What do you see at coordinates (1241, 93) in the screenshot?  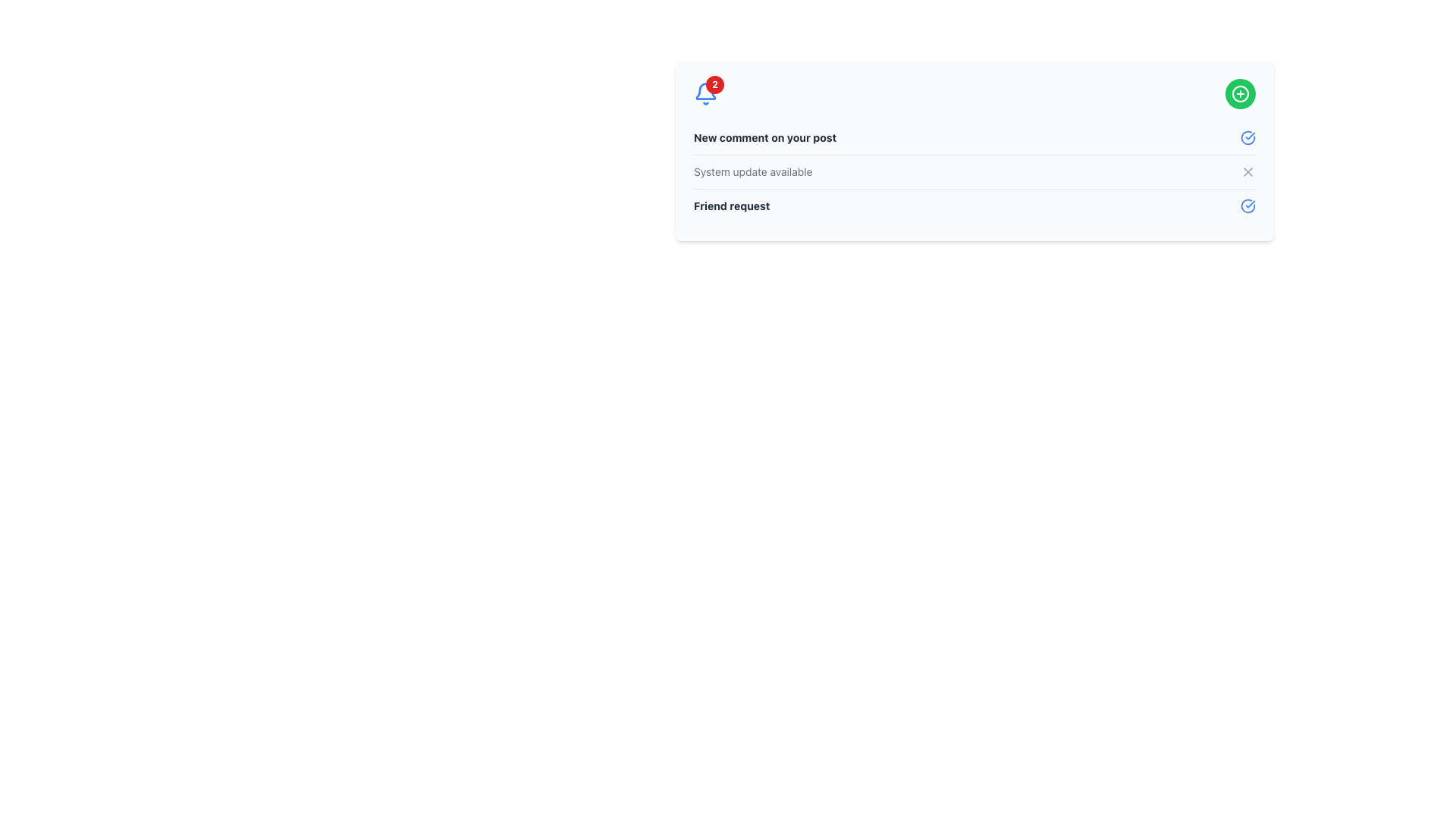 I see `the SVG circular element that represents the background of the '+' symbol located at the top-right corner of the notification panel` at bounding box center [1241, 93].